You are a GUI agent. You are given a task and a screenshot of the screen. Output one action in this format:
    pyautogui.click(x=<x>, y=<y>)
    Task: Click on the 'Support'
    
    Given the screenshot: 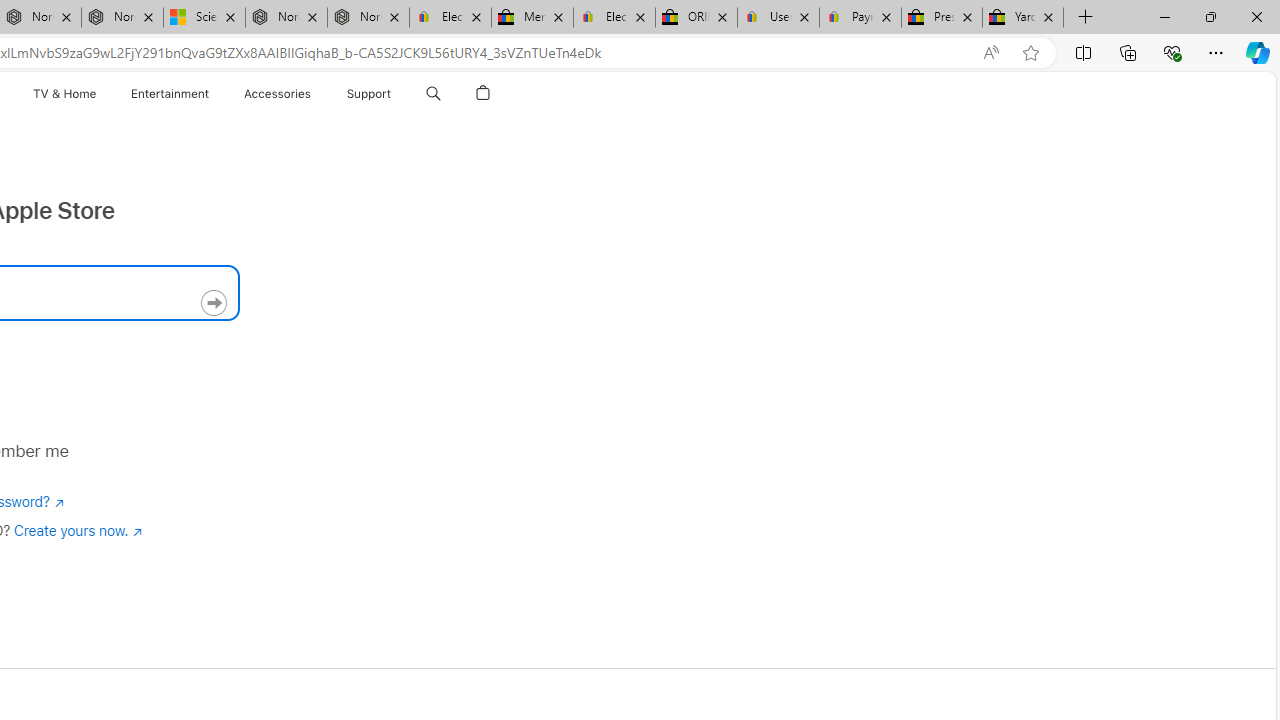 What is the action you would take?
    pyautogui.click(x=368, y=93)
    